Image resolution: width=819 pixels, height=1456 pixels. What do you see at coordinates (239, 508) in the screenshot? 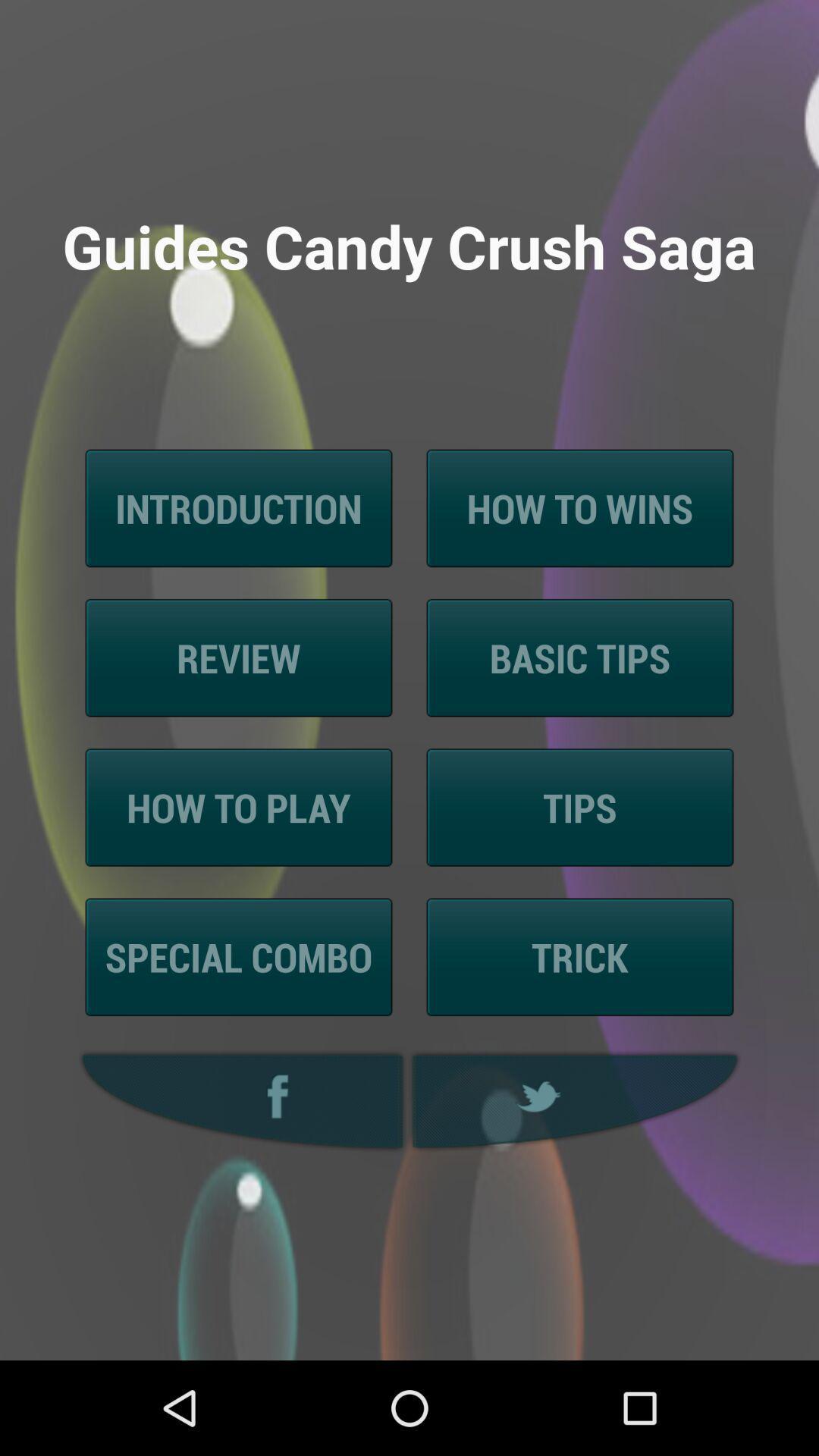
I see `icon to the left of the how to wins item` at bounding box center [239, 508].